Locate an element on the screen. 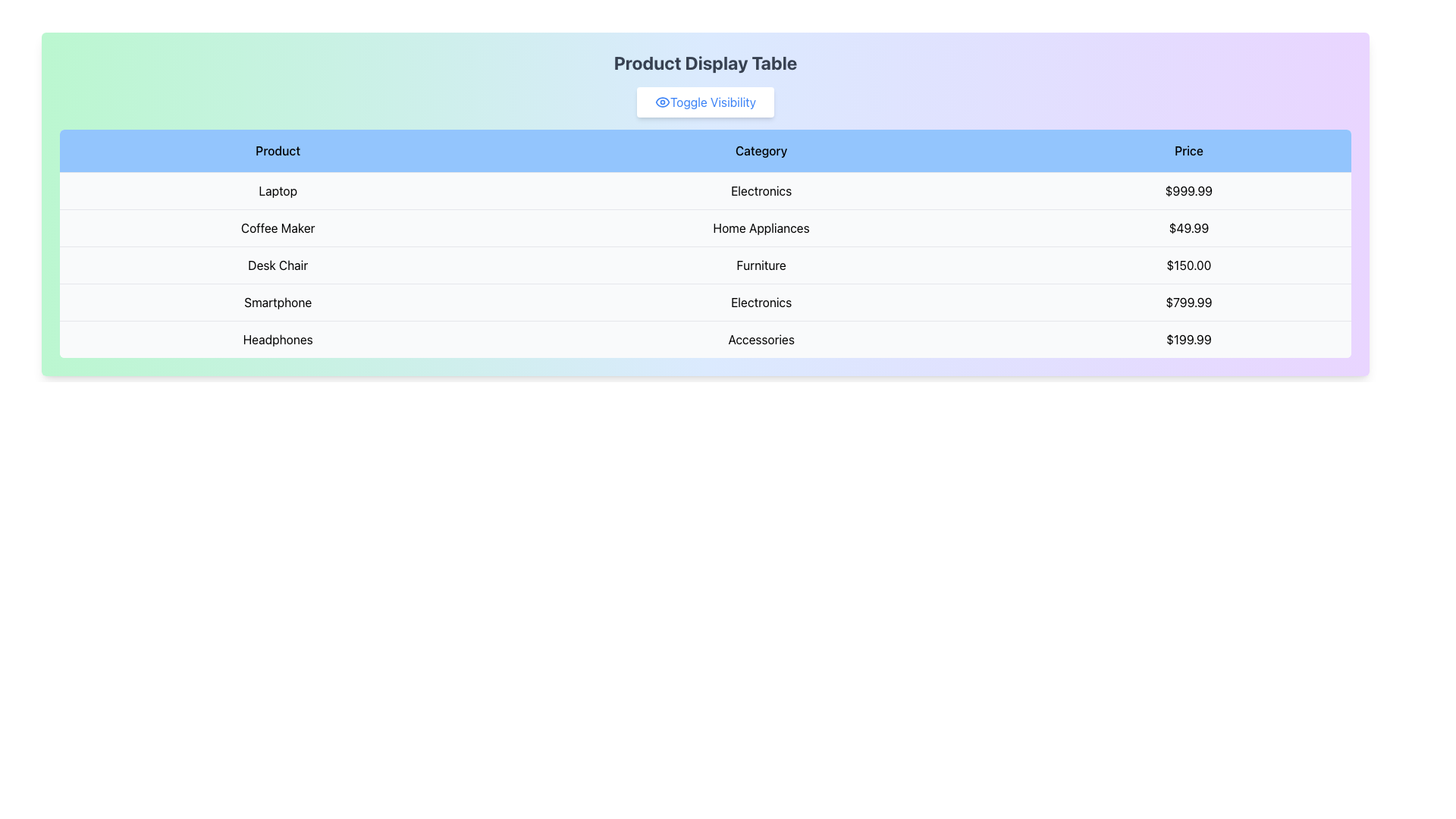  the static text element displaying the category 'Accessories' in the second column of the row labeled 'Headphones' in the table layout is located at coordinates (761, 338).